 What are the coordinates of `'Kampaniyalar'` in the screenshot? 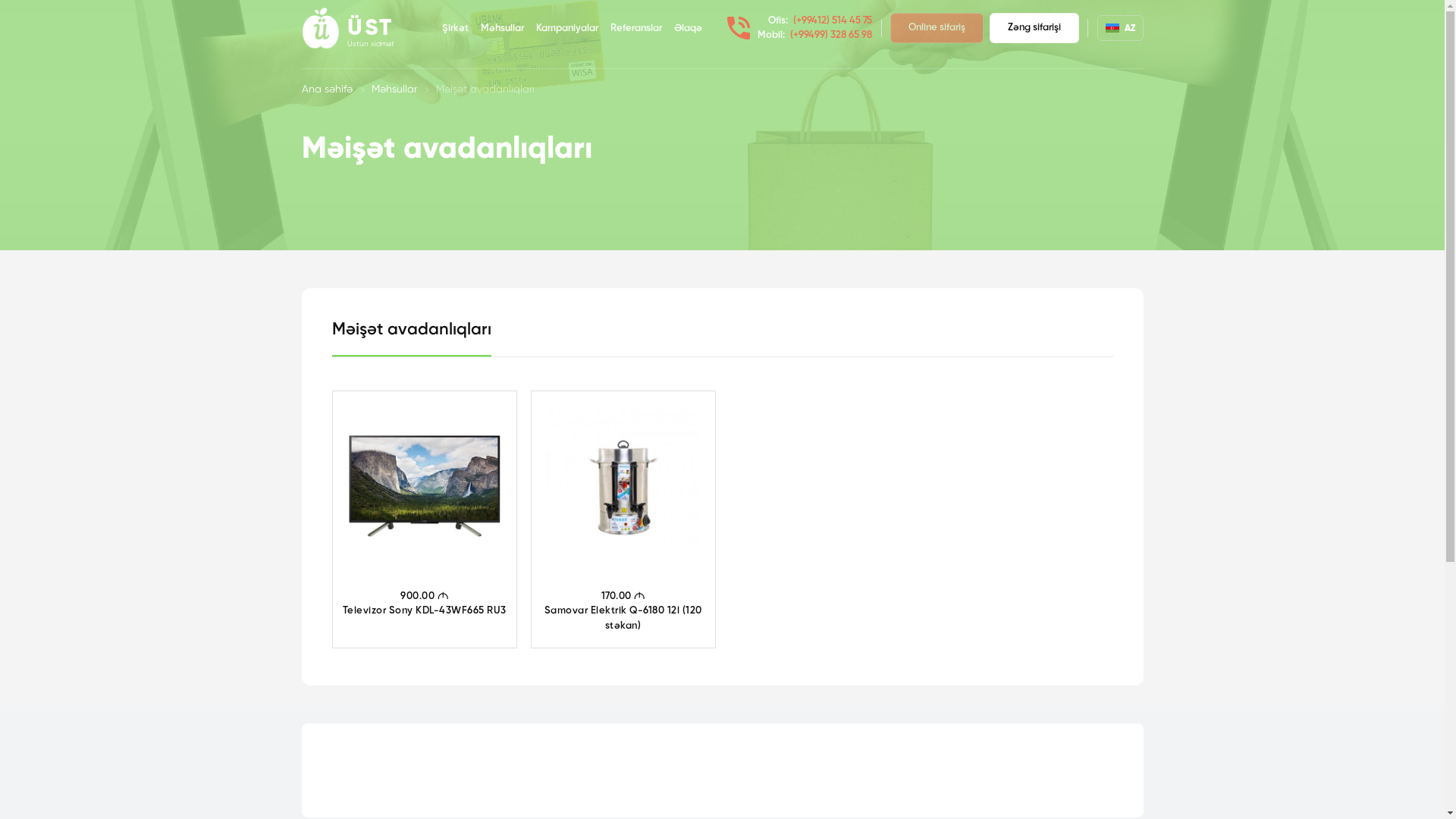 It's located at (566, 29).